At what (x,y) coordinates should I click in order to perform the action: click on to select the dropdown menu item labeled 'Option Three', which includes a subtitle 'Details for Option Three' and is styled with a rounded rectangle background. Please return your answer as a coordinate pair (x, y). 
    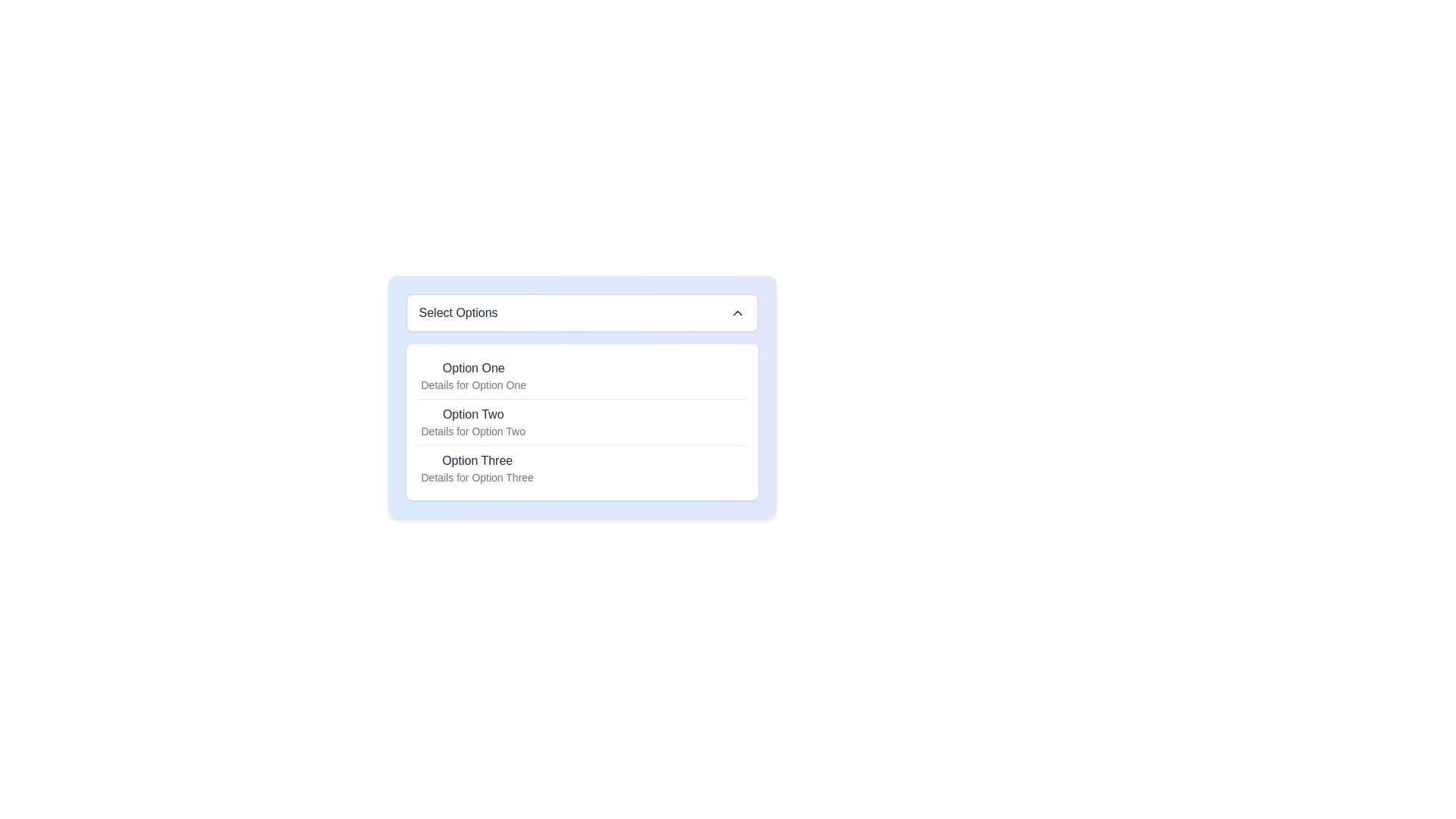
    Looking at the image, I should click on (581, 467).